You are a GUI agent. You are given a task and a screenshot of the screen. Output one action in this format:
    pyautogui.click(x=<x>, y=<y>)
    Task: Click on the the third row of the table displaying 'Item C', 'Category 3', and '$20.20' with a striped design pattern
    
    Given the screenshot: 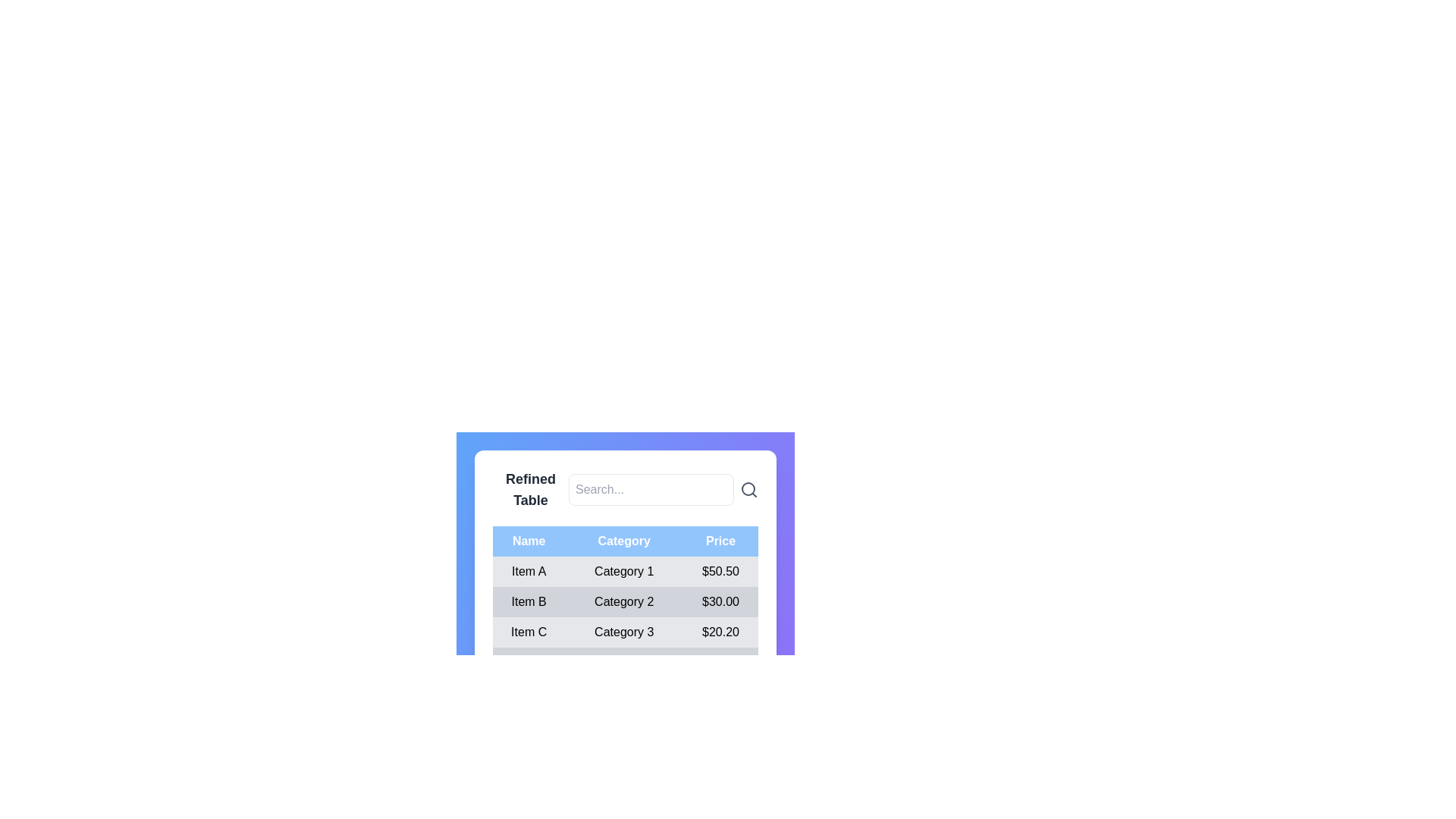 What is the action you would take?
    pyautogui.click(x=626, y=632)
    